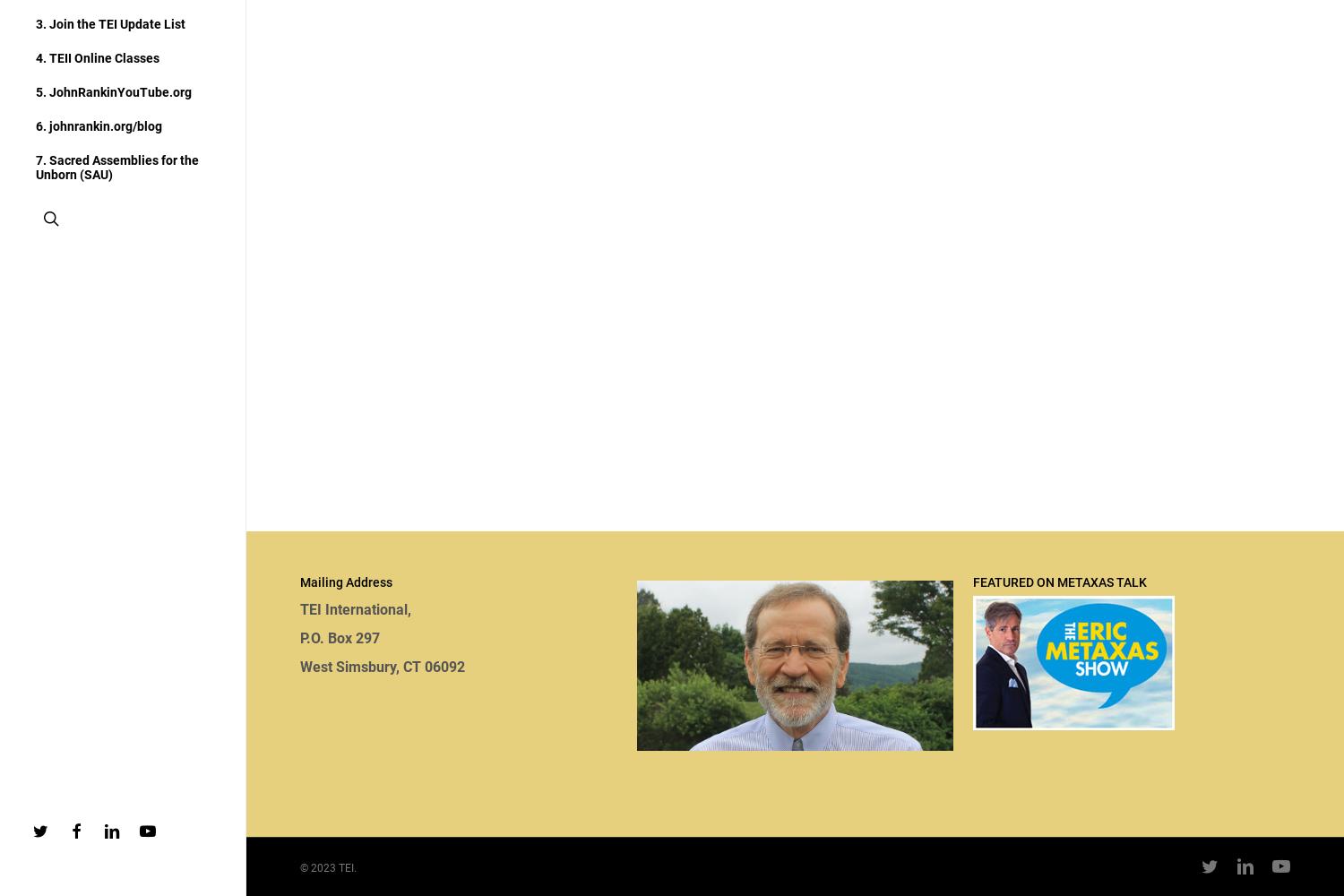 The height and width of the screenshot is (896, 1344). I want to click on '6. johnrankin.org/blog', so click(36, 126).